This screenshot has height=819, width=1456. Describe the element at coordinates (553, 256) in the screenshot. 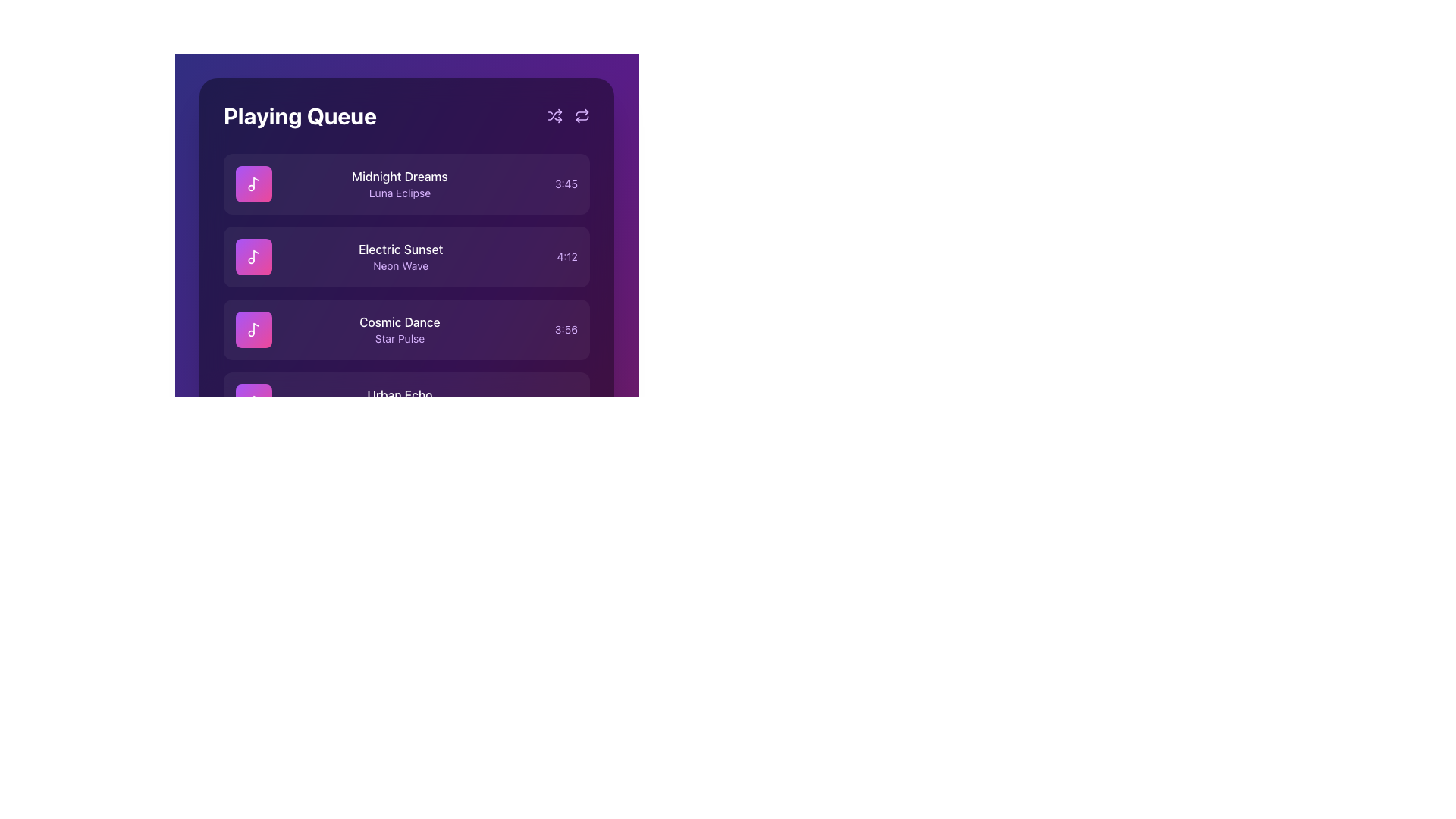

I see `the displayed time information of the track 'Electric Sunset' from the Label positioned at the end of its row in the 'Playing Queue'` at that location.